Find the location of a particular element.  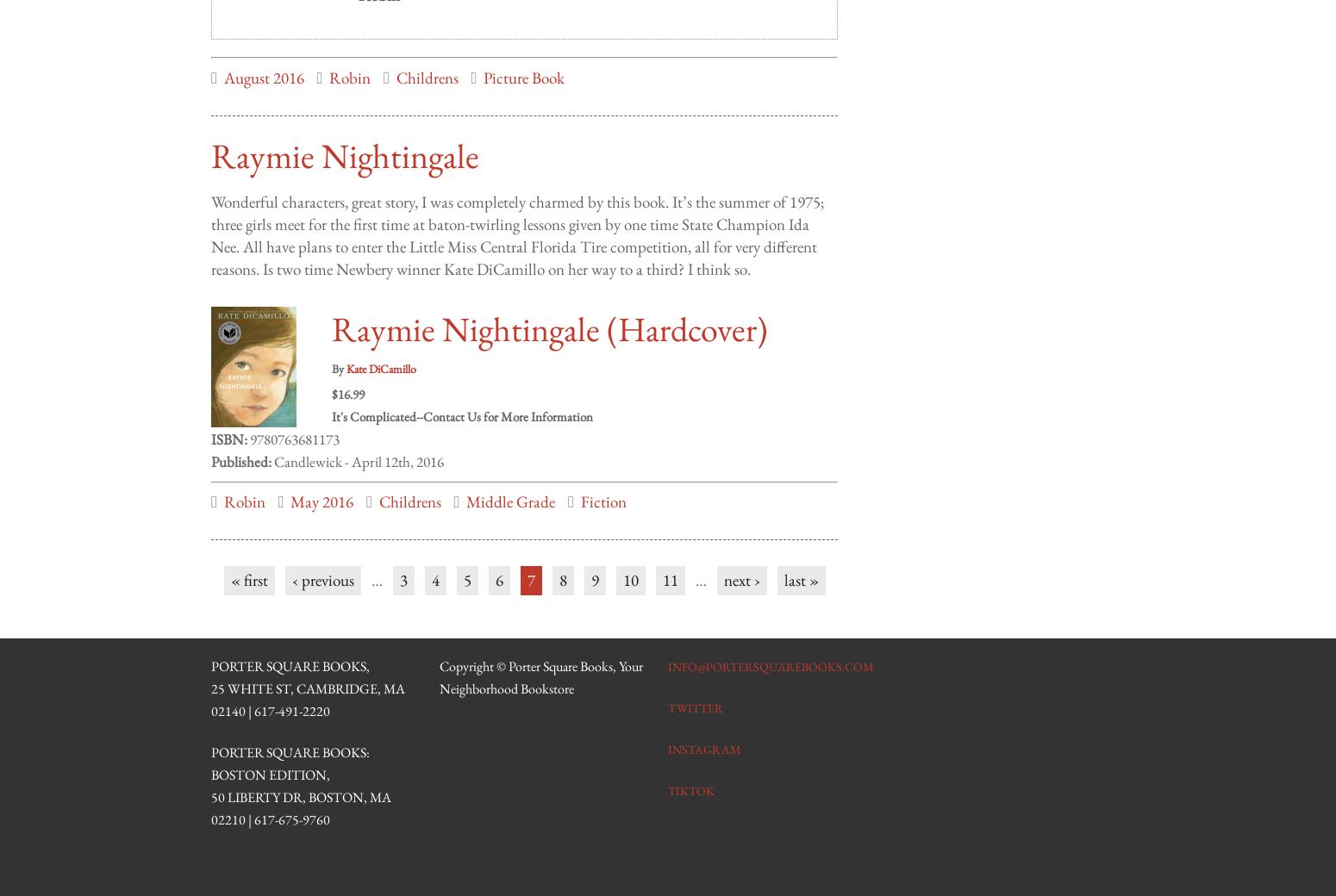

'Fiction' is located at coordinates (579, 483).